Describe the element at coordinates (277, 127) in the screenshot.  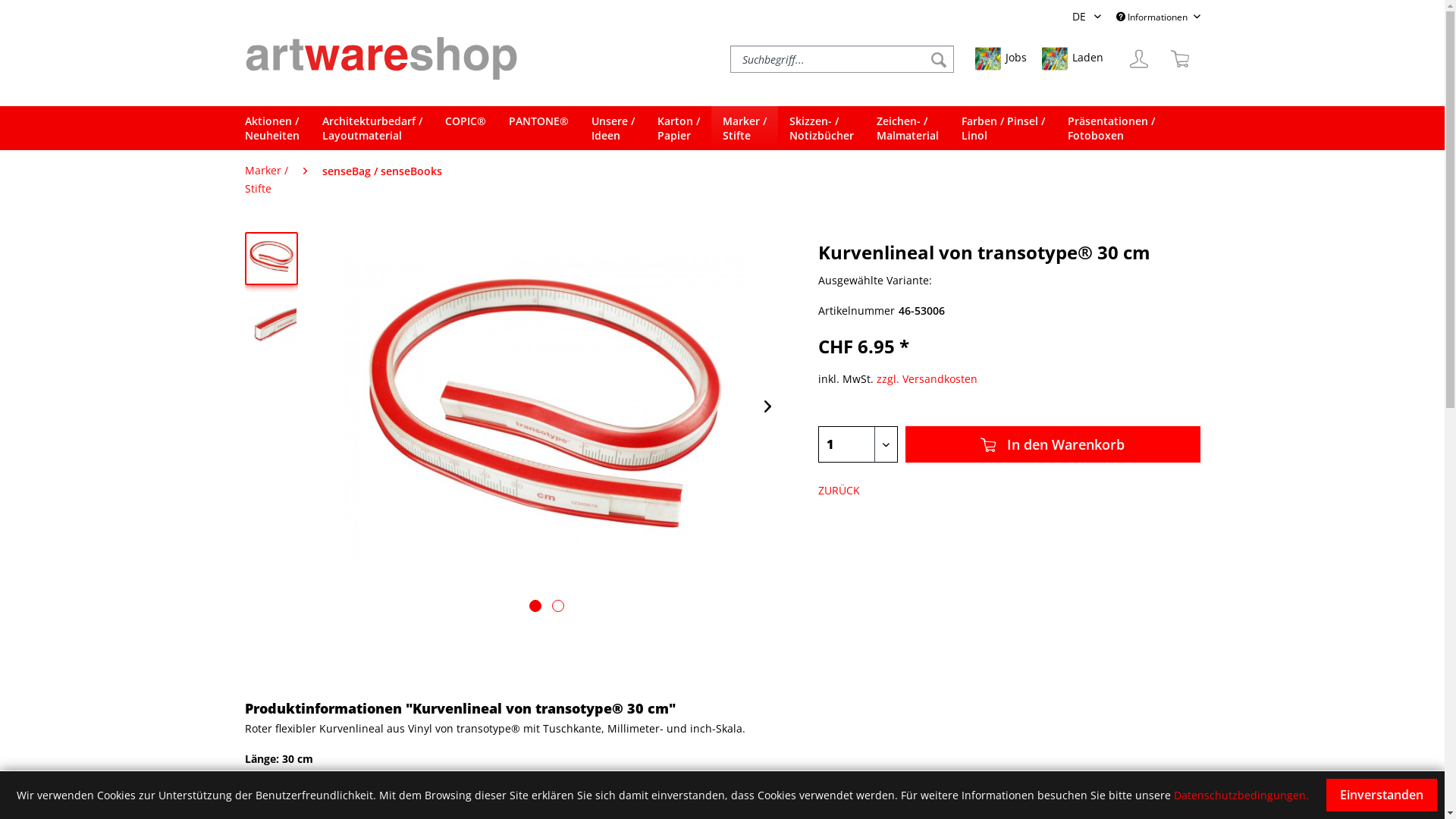
I see `'Aktionen /` at that location.